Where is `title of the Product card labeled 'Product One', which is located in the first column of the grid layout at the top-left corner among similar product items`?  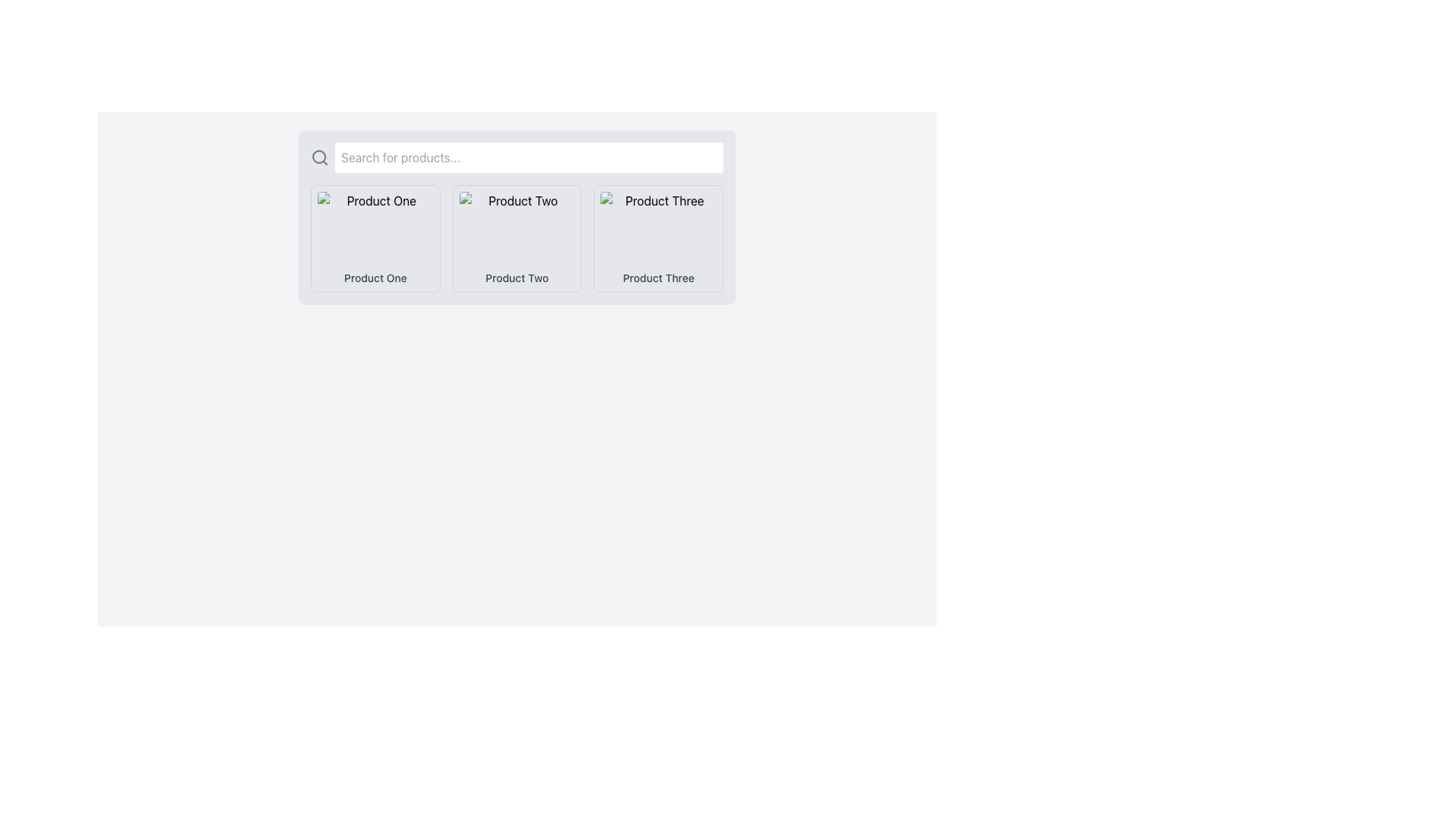 title of the Product card labeled 'Product One', which is located in the first column of the grid layout at the top-left corner among similar product items is located at coordinates (375, 239).